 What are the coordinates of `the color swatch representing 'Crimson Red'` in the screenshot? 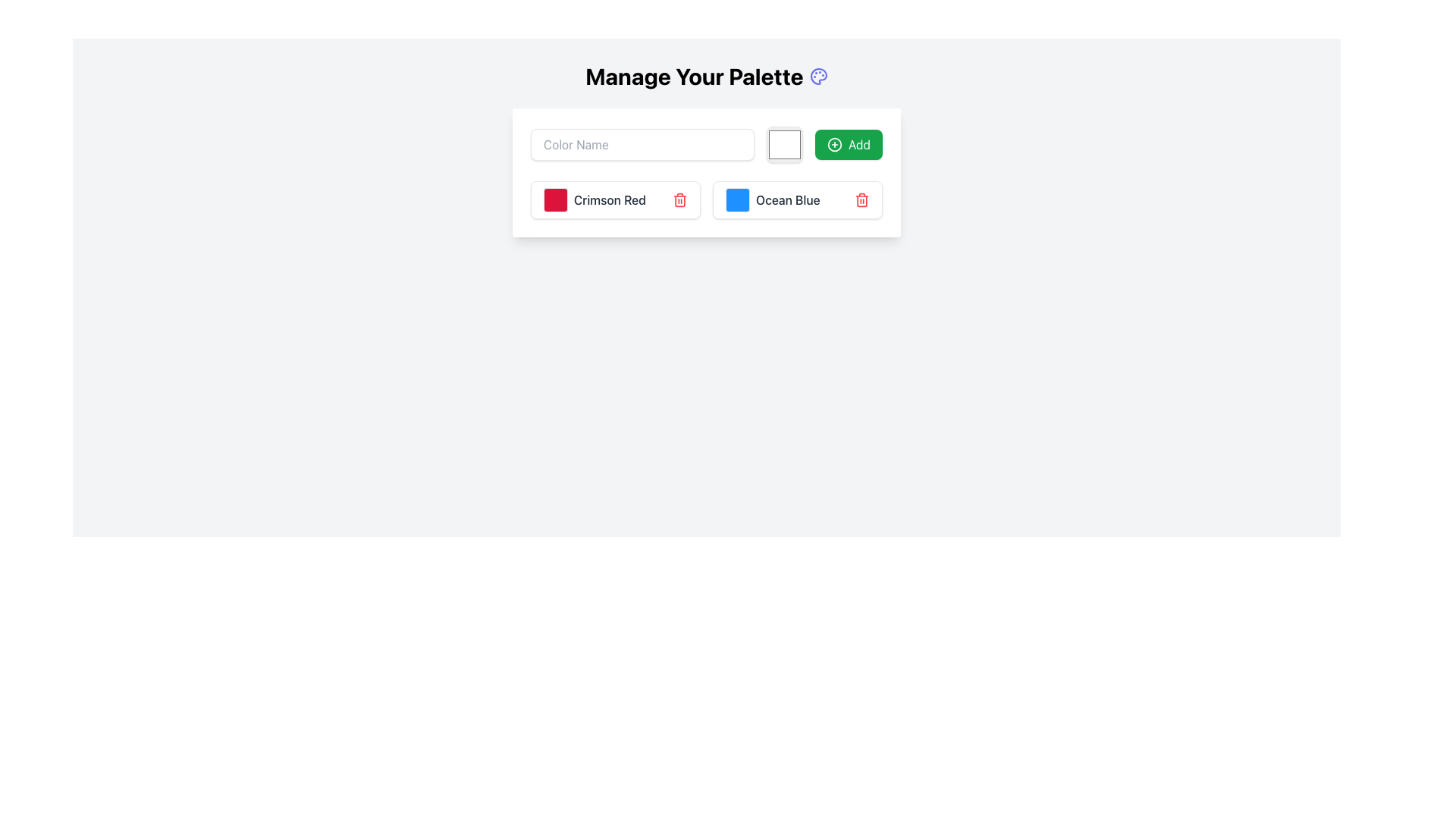 It's located at (555, 199).